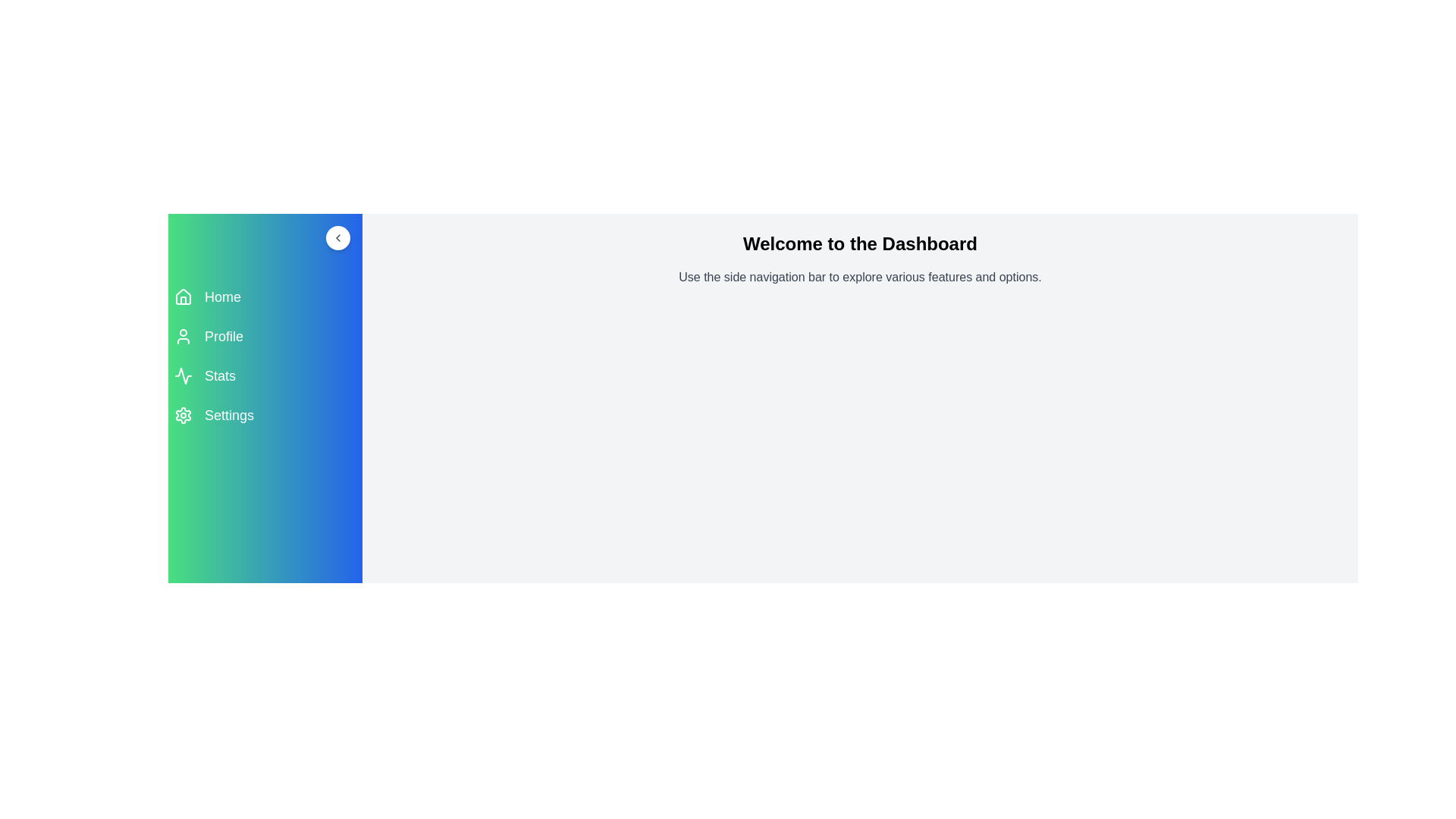 The height and width of the screenshot is (819, 1456). I want to click on the 'Settings' button located in the side navigation bar, which is the fourth item below 'Home,' 'Profile,' and 'Stats,', so click(265, 415).